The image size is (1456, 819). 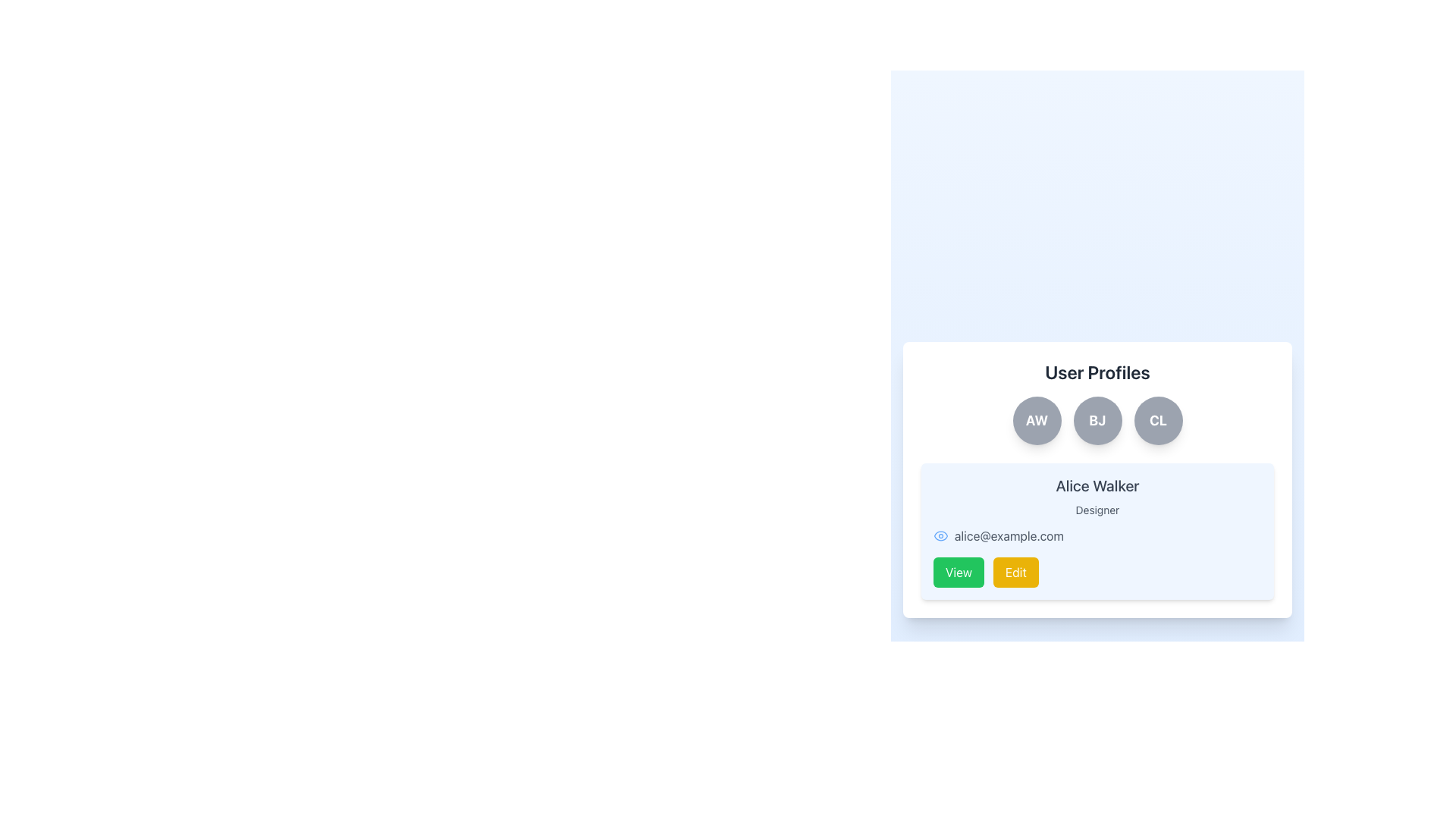 What do you see at coordinates (1097, 510) in the screenshot?
I see `the 'Designer' label in the profile card of 'Alice Walker', which is positioned directly below the name and above the email line` at bounding box center [1097, 510].